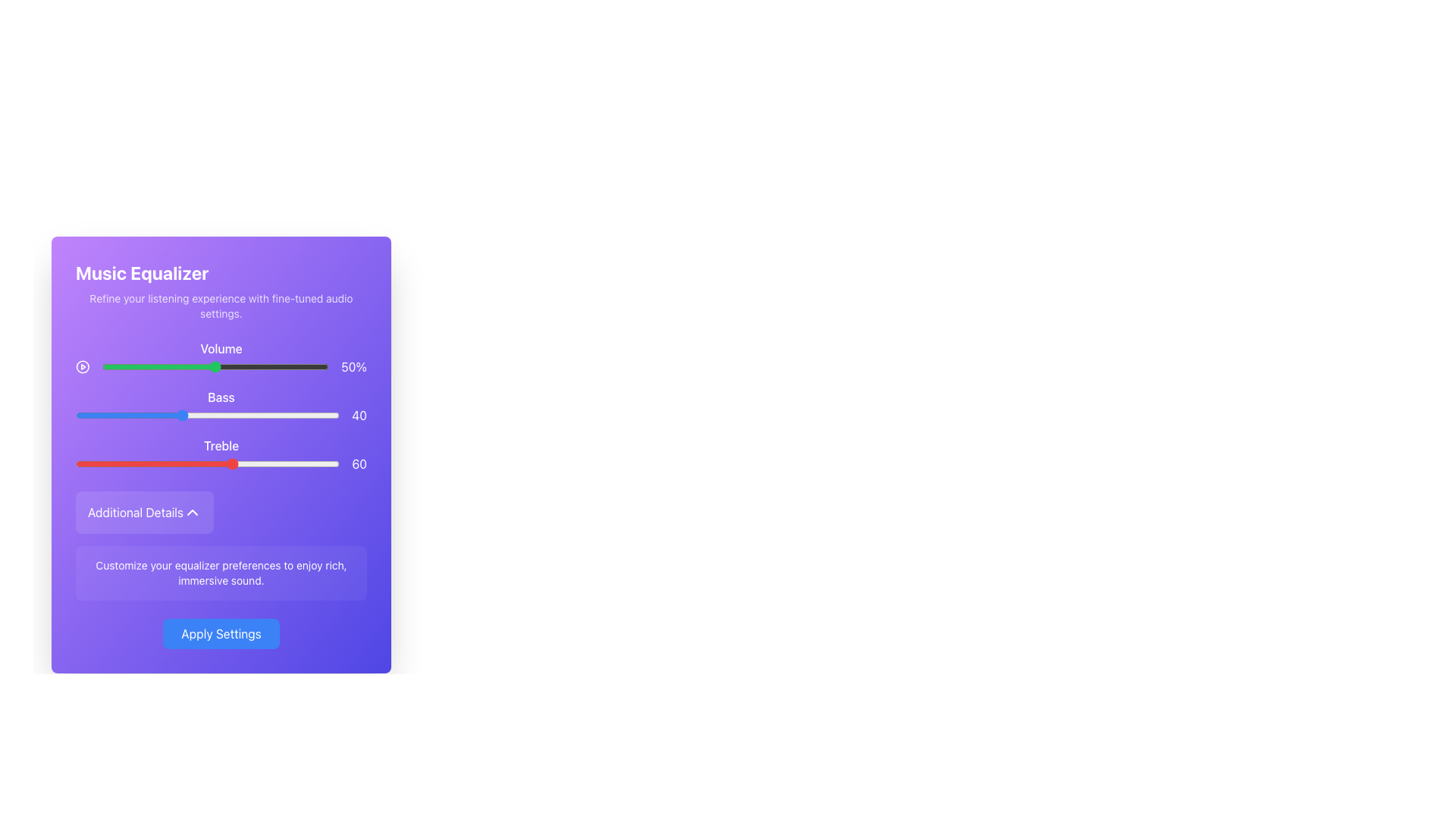  Describe the element at coordinates (168, 366) in the screenshot. I see `the slider` at that location.